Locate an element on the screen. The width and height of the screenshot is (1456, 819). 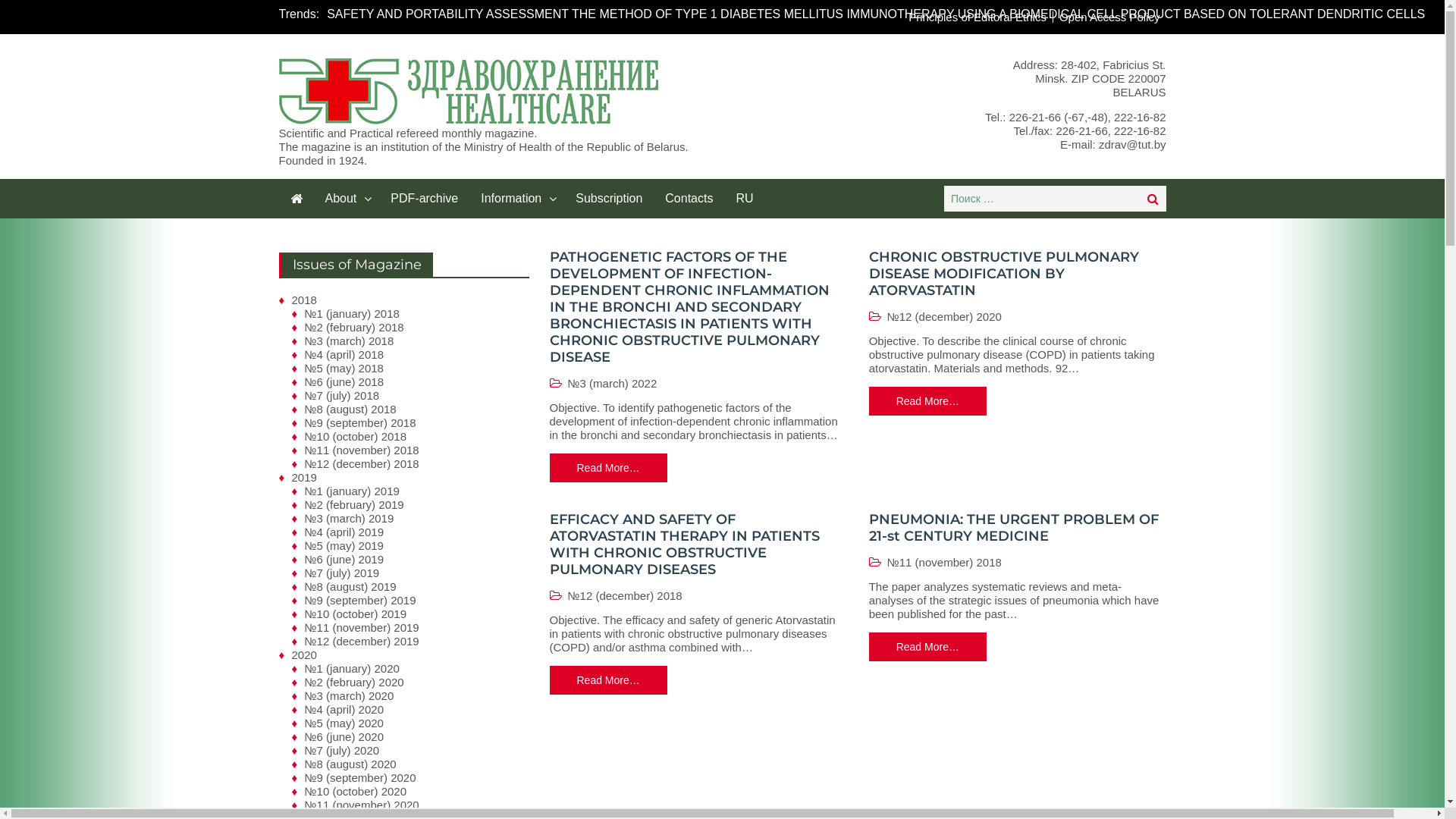
'2019' is located at coordinates (303, 476).